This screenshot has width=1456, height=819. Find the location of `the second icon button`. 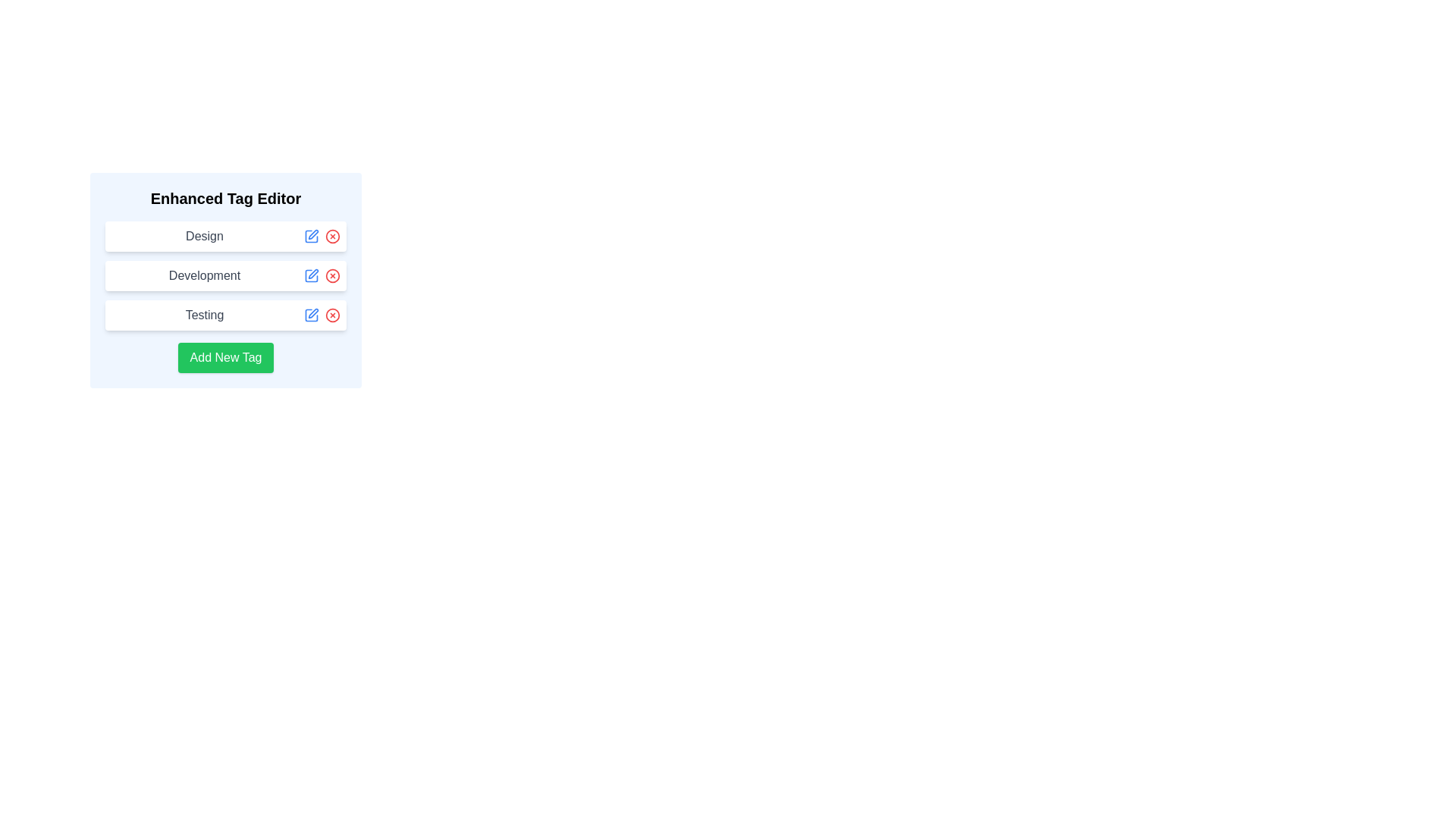

the second icon button is located at coordinates (331, 275).